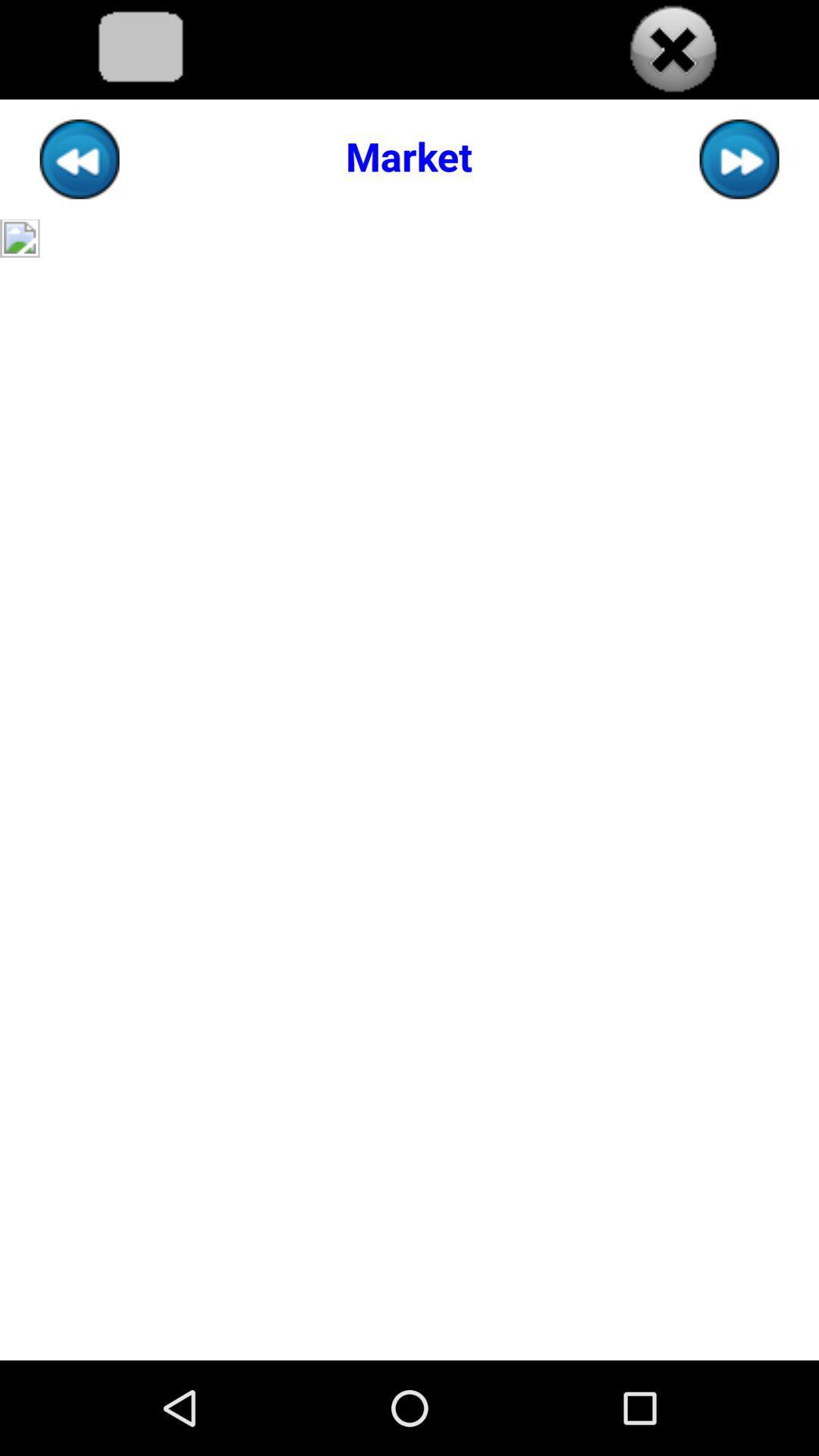  I want to click on the av_rewind icon, so click(79, 170).